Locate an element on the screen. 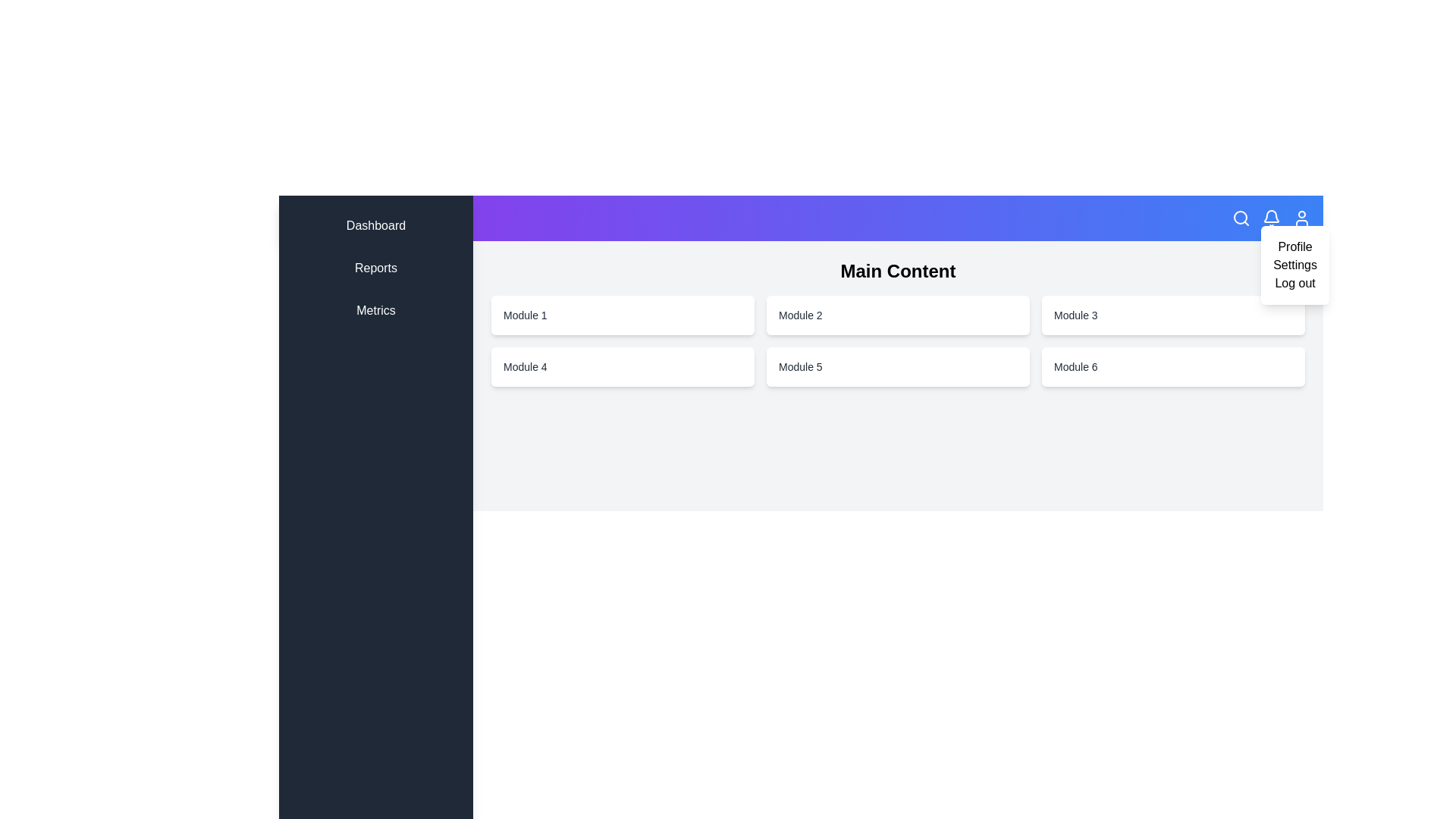  the 'Profile' text label in the dropdown menu located in the top-right corner of the interface to change its appearance is located at coordinates (1294, 246).